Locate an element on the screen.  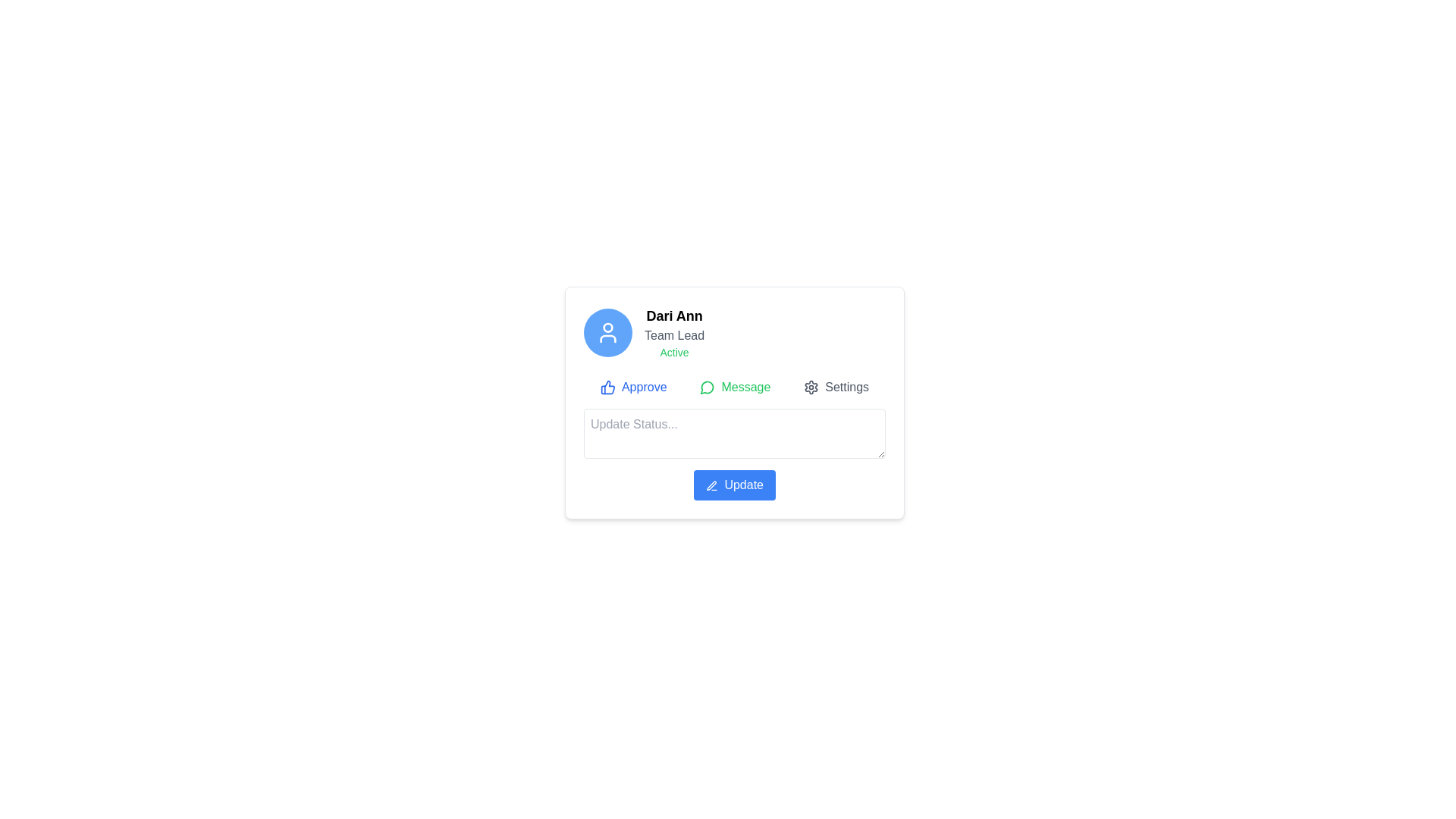
label that says 'Settings', which is a gray, sans-serif text positioned to the right of the gear icon in the top-right corner of the user information card is located at coordinates (846, 386).